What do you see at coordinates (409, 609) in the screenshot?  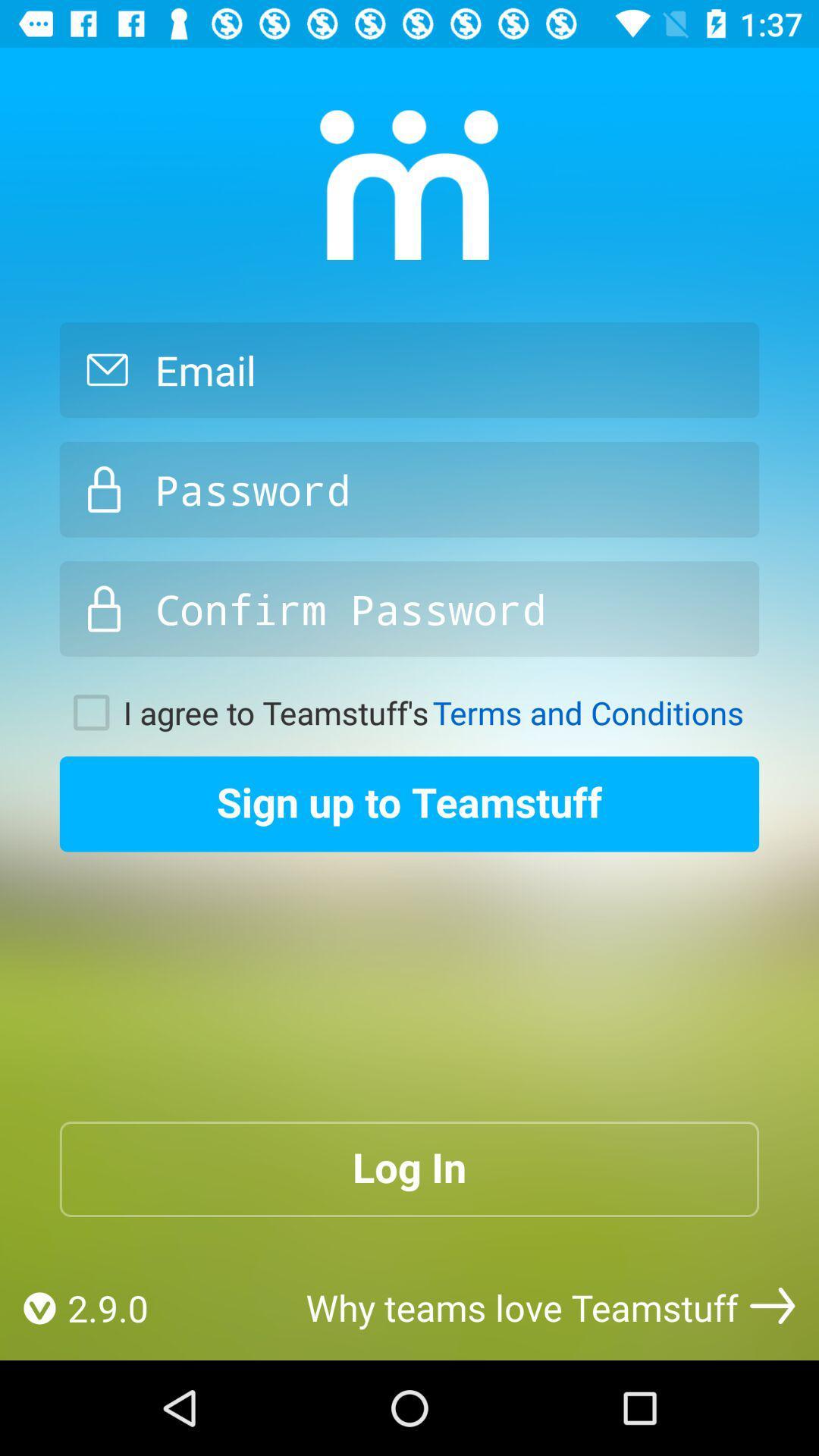 I see `creat password` at bounding box center [409, 609].